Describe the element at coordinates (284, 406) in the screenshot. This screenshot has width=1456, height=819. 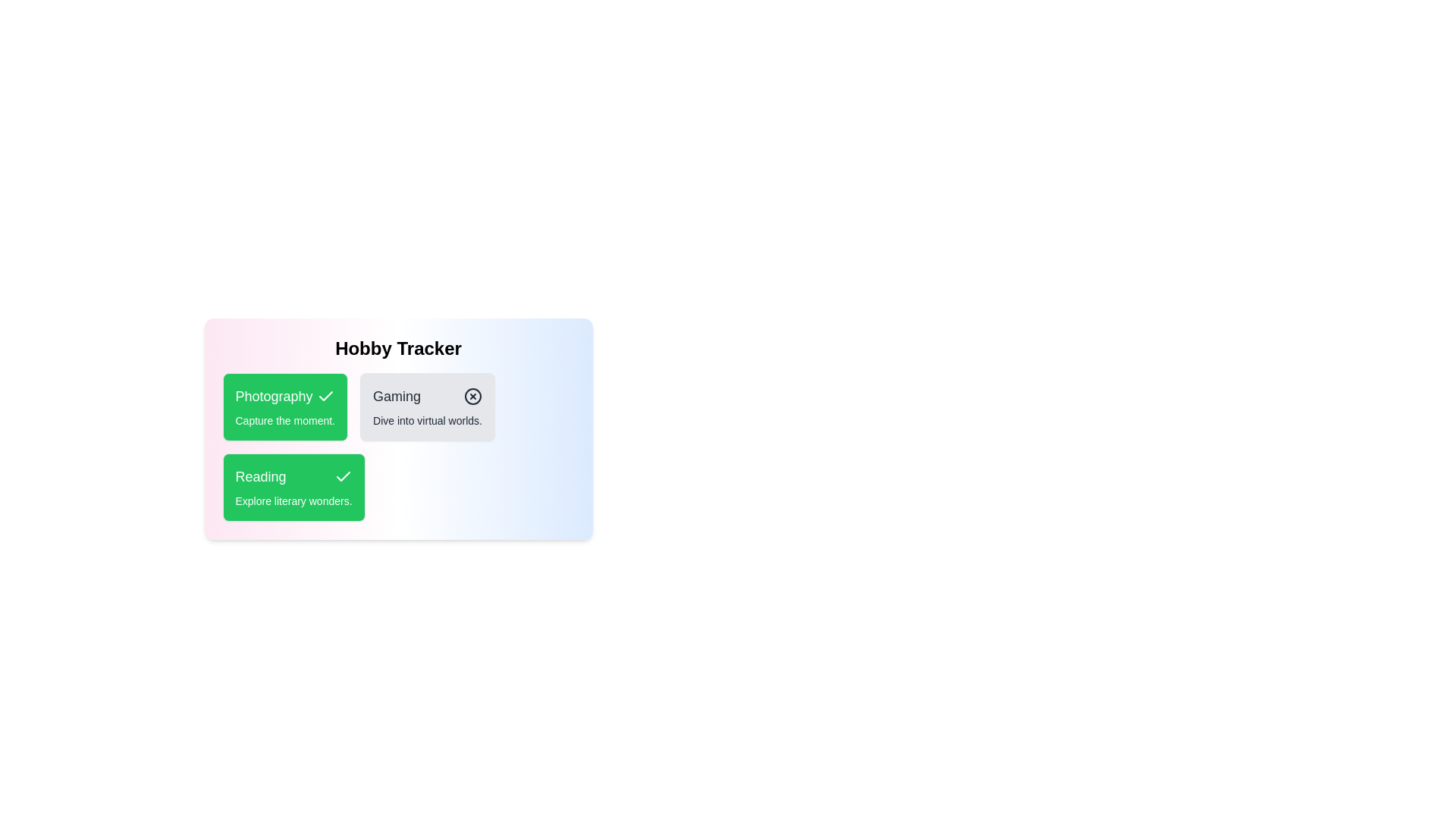
I see `the hobby card for Photography` at that location.